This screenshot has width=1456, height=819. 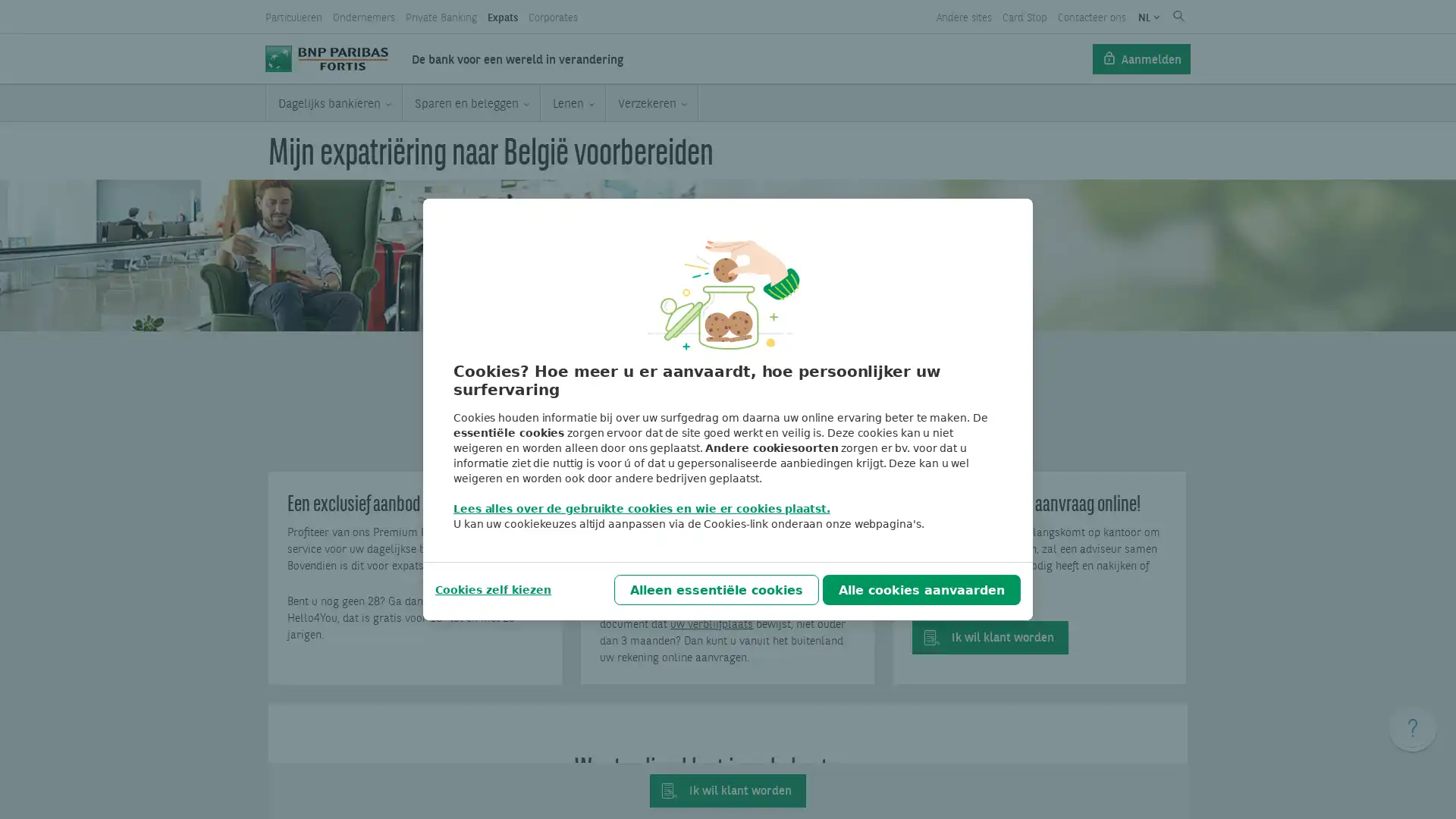 I want to click on Submit, so click(x=1178, y=17).